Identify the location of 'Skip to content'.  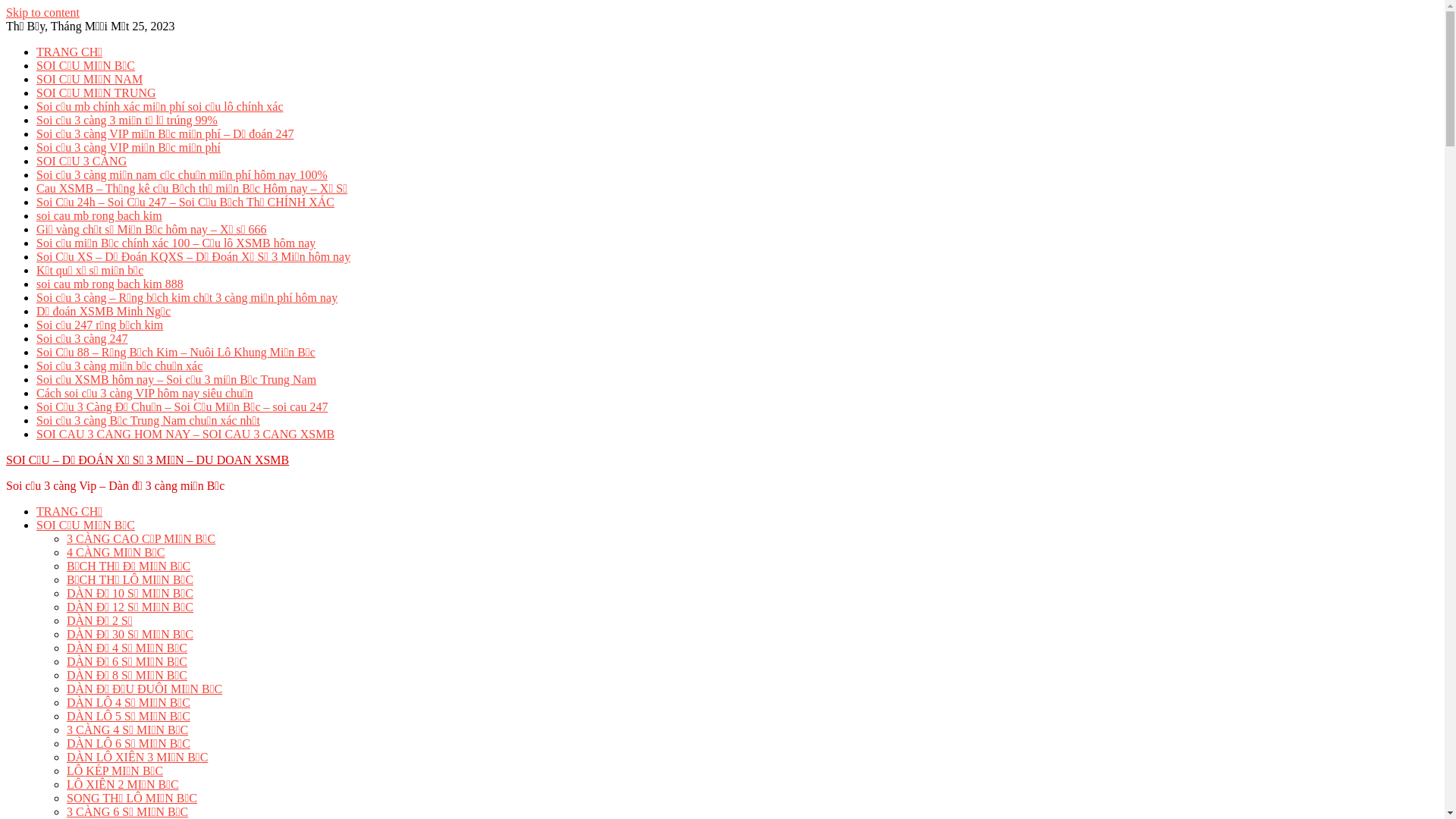
(42, 12).